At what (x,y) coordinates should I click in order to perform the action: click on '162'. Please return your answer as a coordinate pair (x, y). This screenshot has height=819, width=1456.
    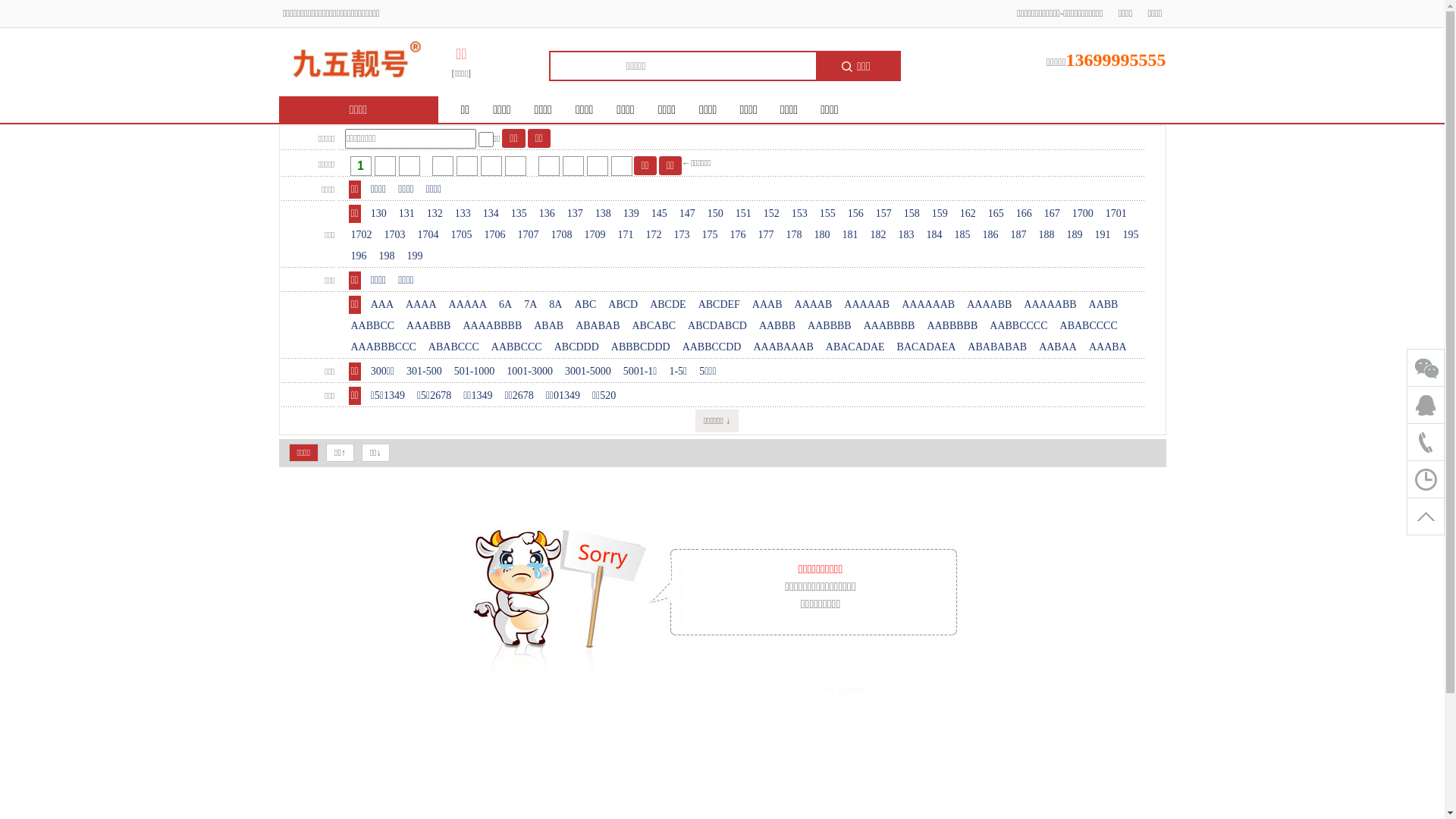
    Looking at the image, I should click on (967, 213).